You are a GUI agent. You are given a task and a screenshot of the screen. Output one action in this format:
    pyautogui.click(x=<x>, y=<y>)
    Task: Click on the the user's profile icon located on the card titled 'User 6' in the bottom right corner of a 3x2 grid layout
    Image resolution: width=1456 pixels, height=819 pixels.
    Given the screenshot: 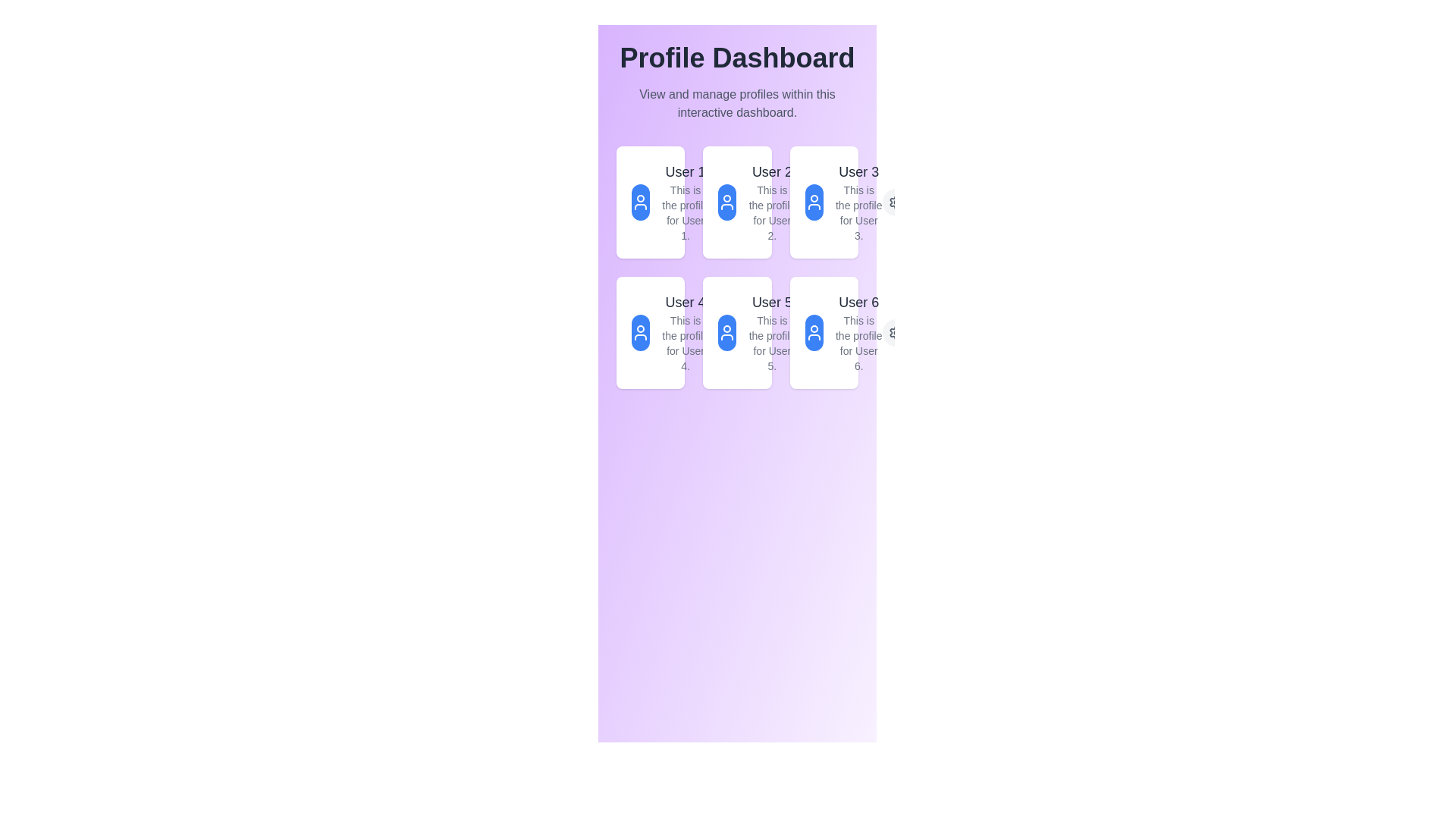 What is the action you would take?
    pyautogui.click(x=823, y=332)
    